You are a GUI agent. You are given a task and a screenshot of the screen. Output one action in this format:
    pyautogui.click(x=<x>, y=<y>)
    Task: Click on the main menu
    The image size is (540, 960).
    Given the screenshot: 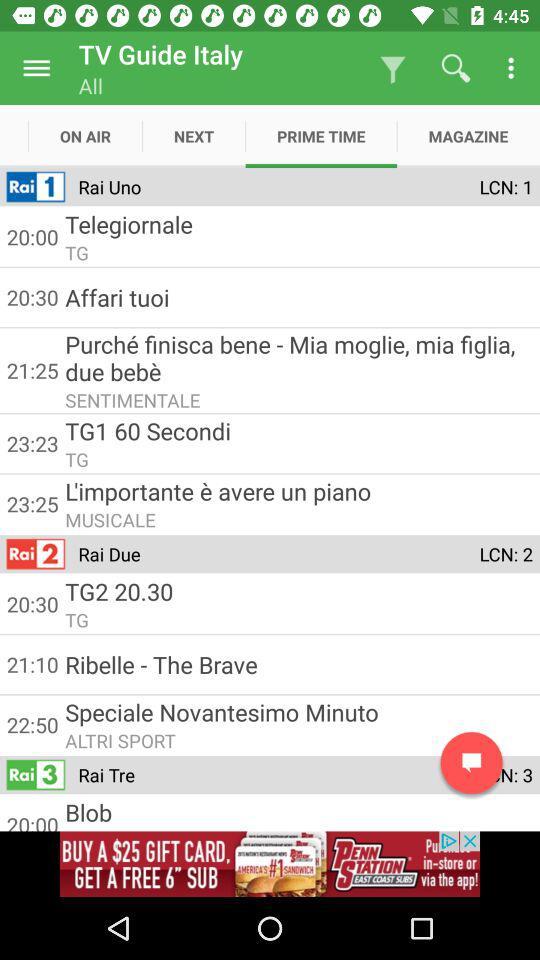 What is the action you would take?
    pyautogui.click(x=36, y=68)
    